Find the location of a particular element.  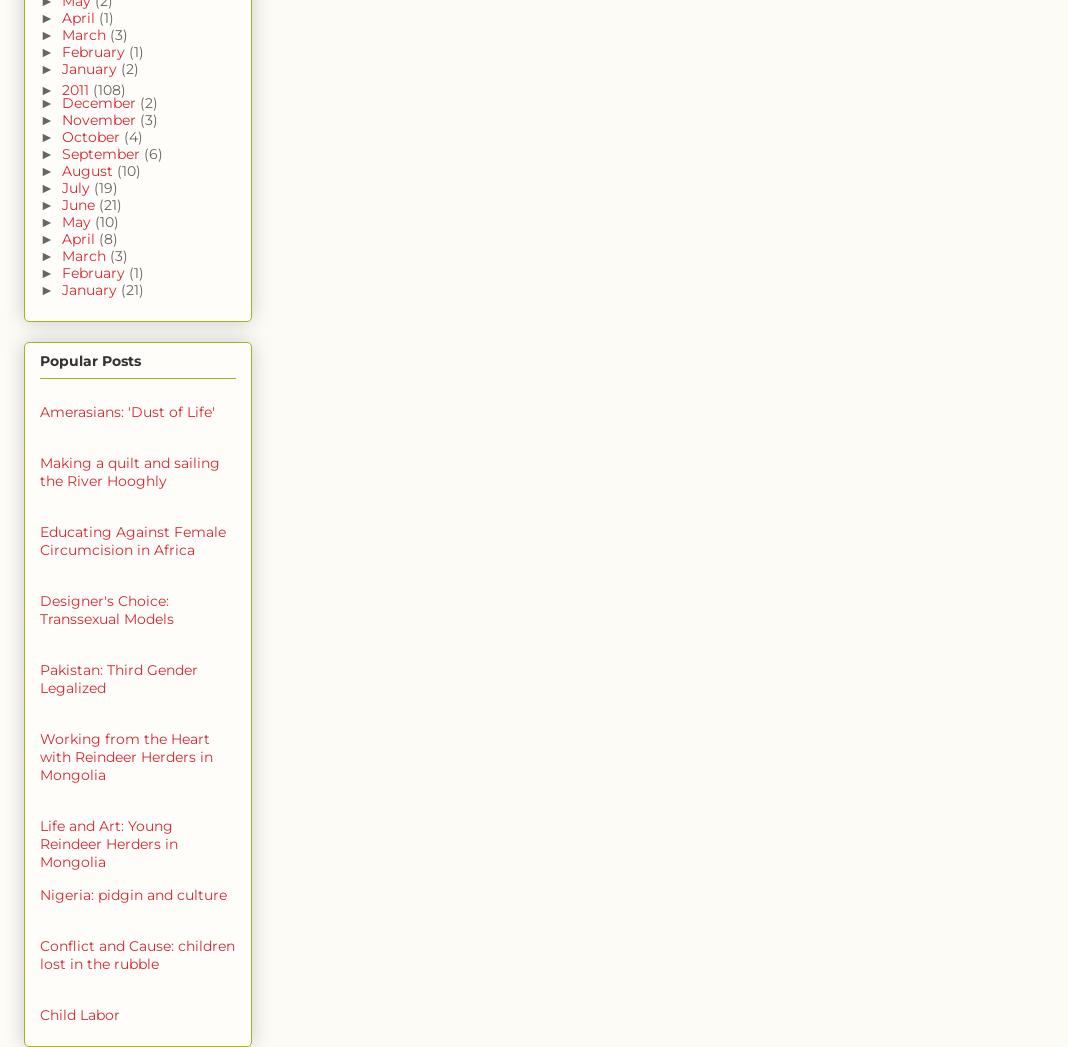

'Life and Art: Young Reindeer Herders in Mongolia' is located at coordinates (39, 843).